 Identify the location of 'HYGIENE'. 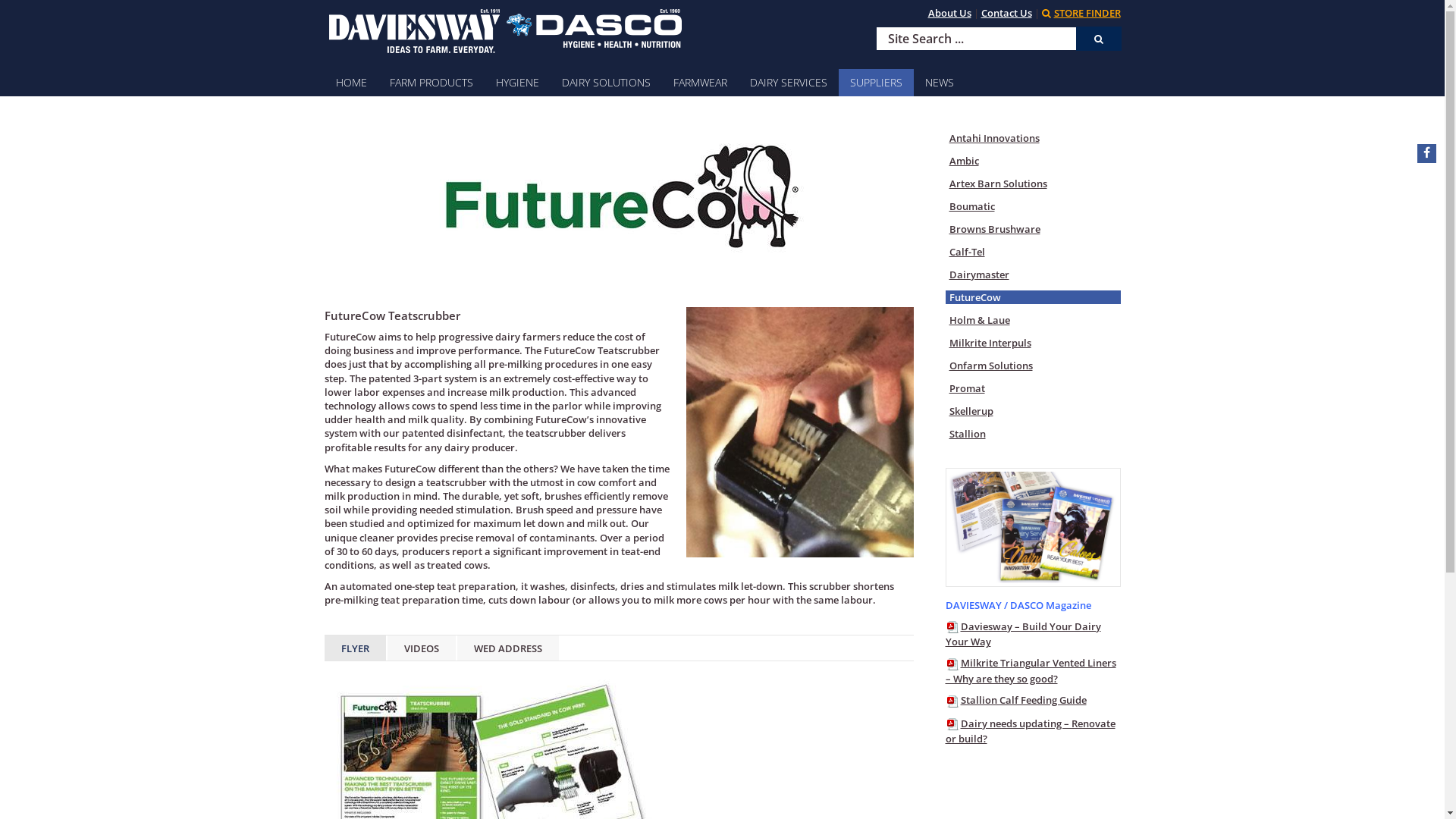
(516, 82).